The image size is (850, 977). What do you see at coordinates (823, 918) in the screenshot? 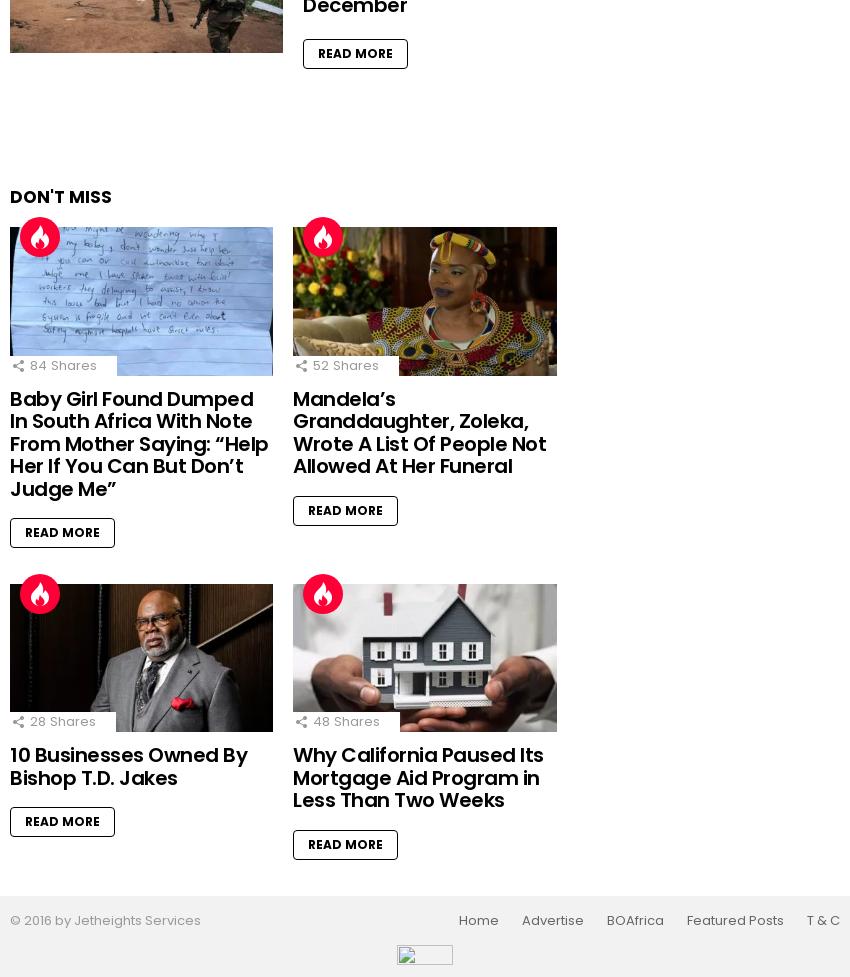
I see `'T & C'` at bounding box center [823, 918].